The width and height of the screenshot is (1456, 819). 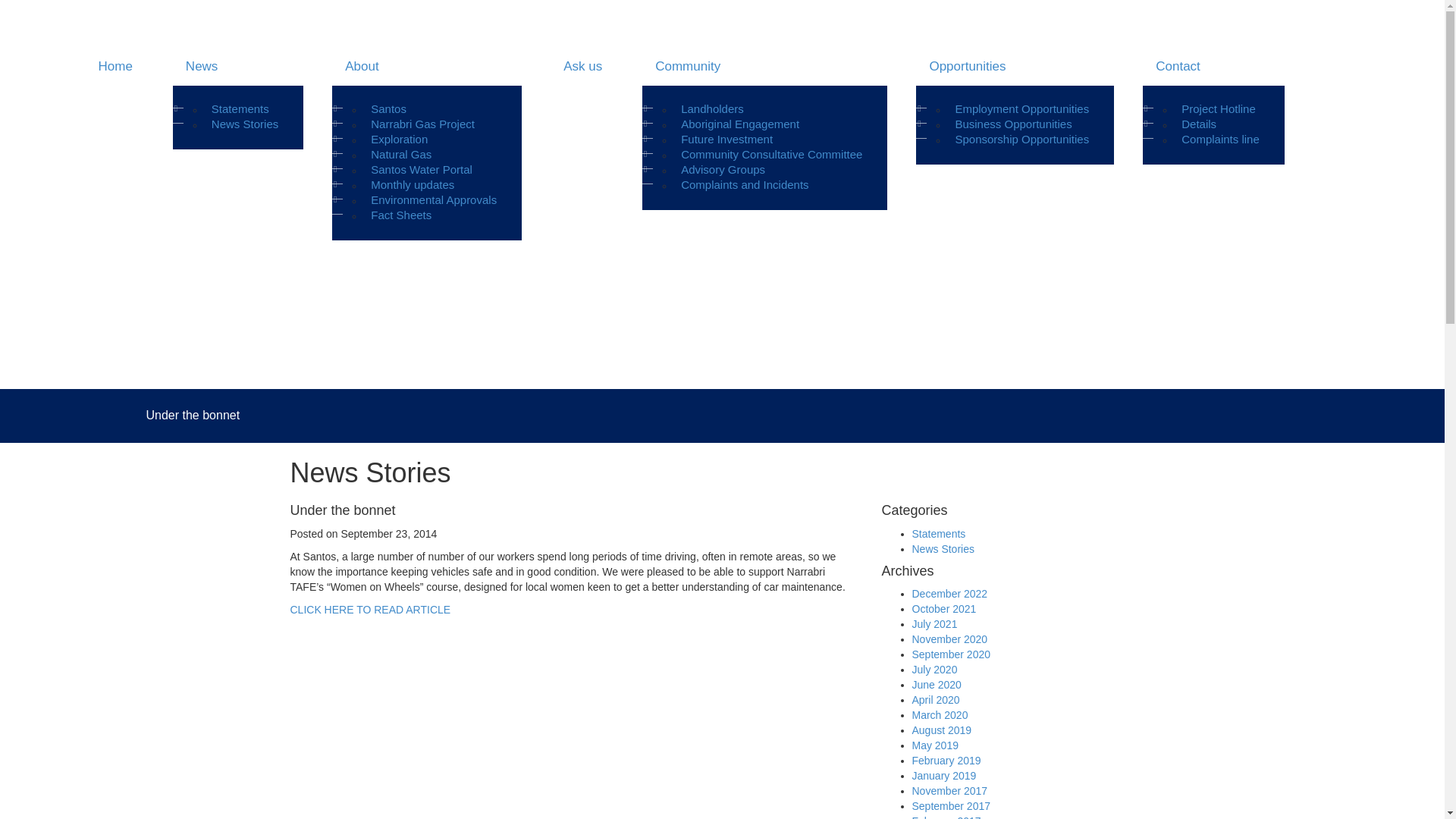 What do you see at coordinates (910, 699) in the screenshot?
I see `'April 2020'` at bounding box center [910, 699].